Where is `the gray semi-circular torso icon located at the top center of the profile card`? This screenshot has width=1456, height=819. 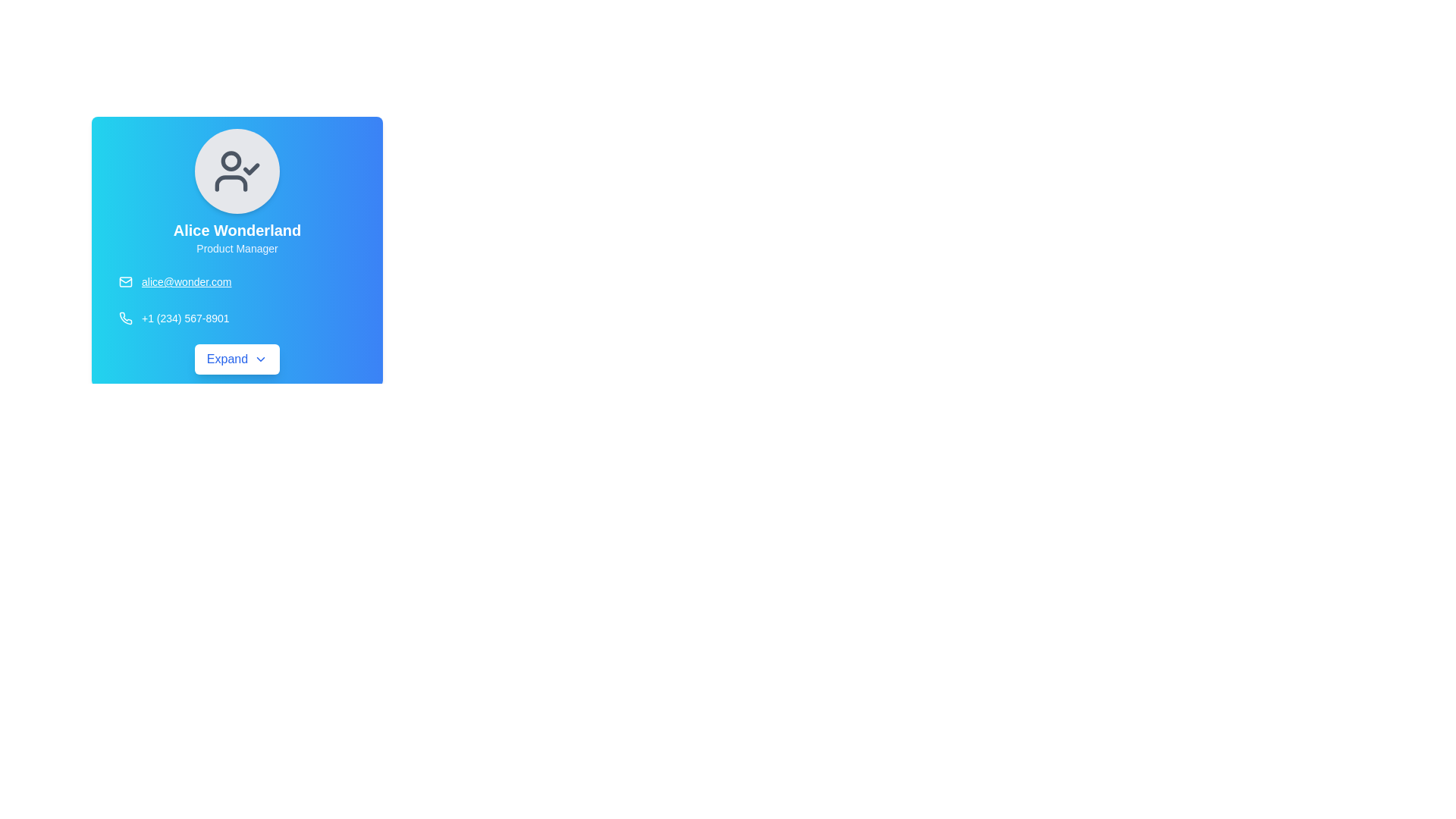 the gray semi-circular torso icon located at the top center of the profile card is located at coordinates (231, 183).